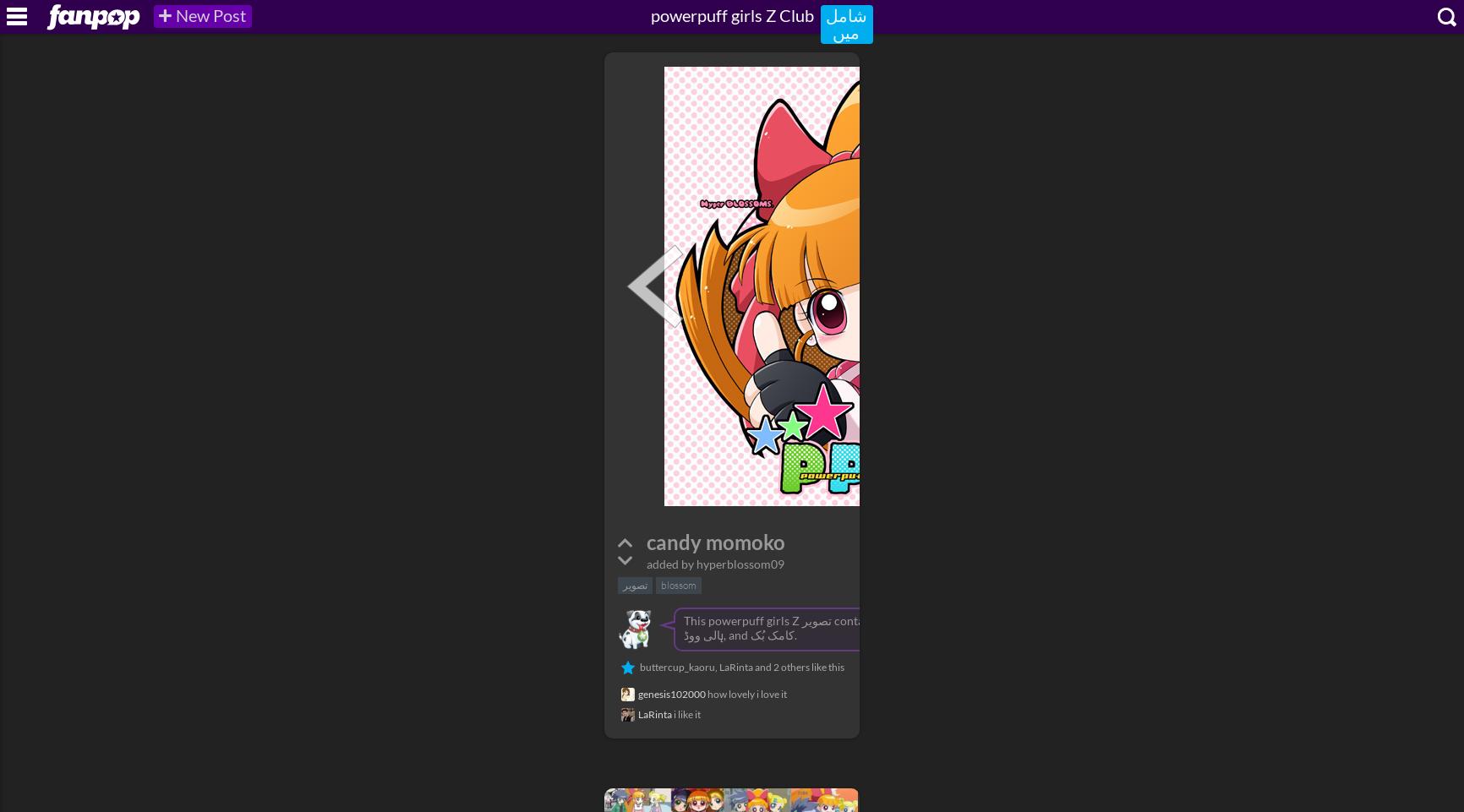  What do you see at coordinates (730, 14) in the screenshot?
I see `'powerpuff girls Z Club'` at bounding box center [730, 14].